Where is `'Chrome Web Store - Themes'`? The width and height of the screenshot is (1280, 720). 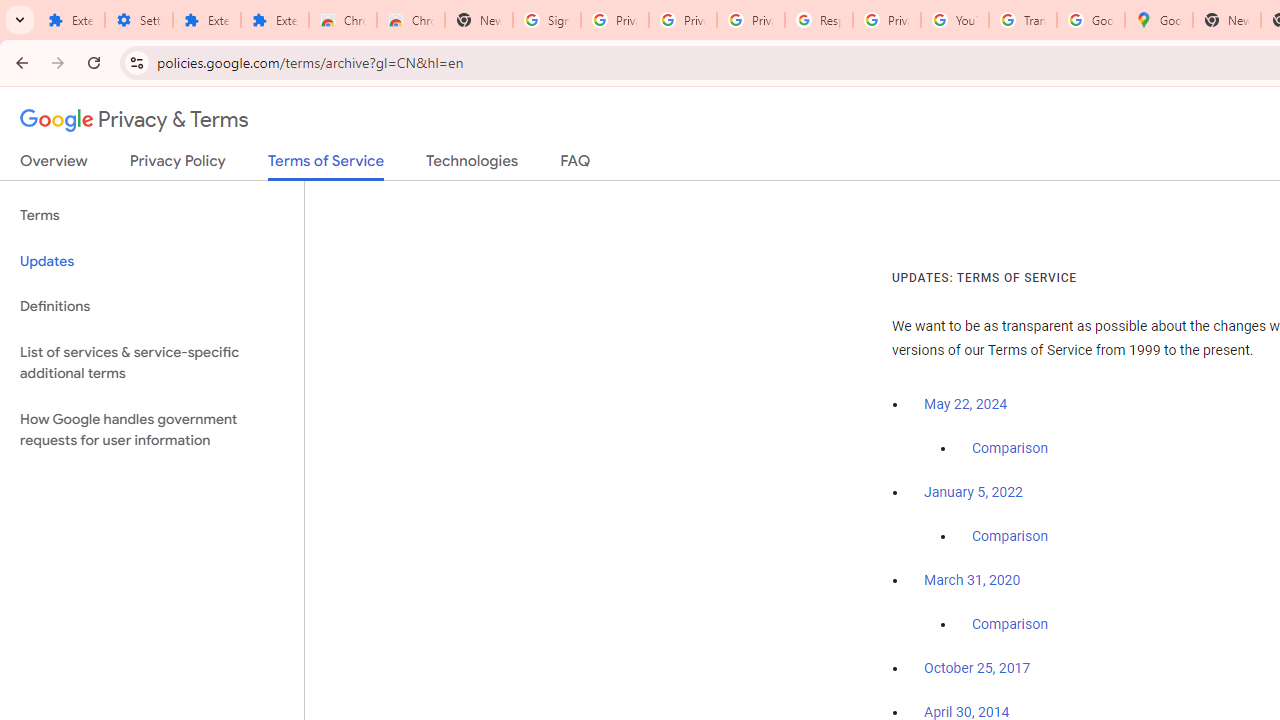
'Chrome Web Store - Themes' is located at coordinates (410, 20).